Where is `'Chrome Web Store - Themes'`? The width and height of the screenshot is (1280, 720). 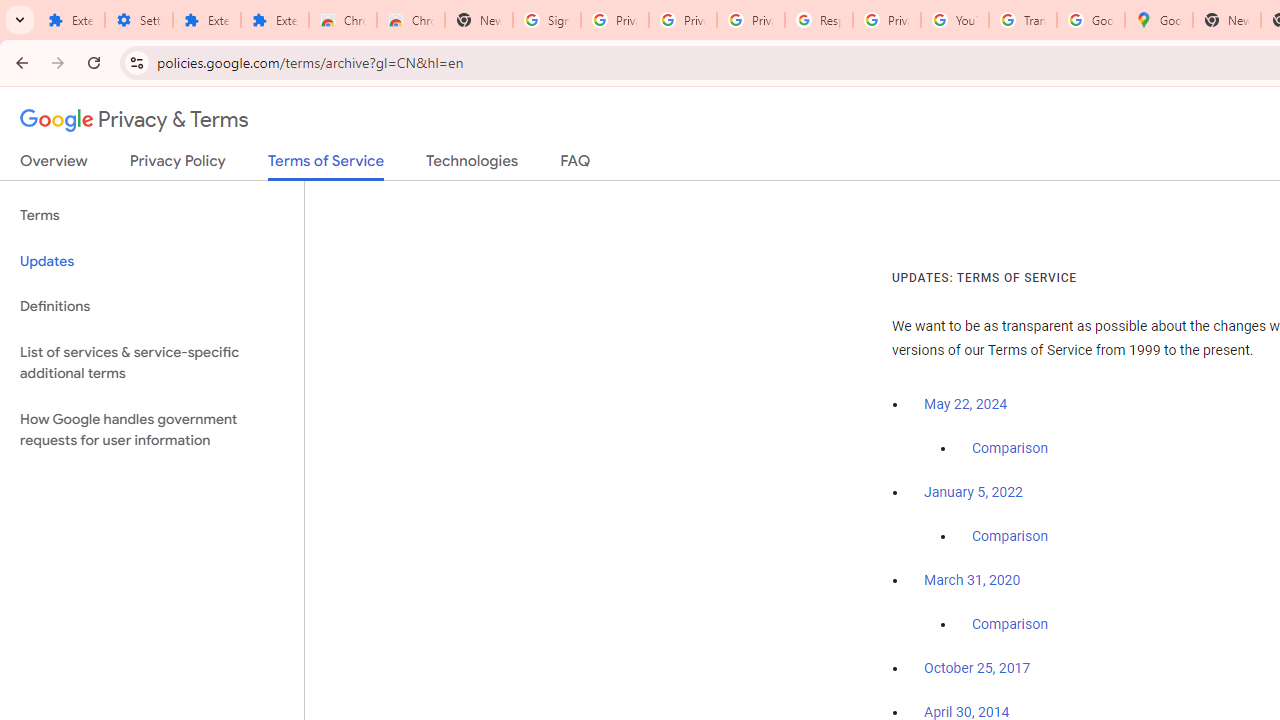
'Chrome Web Store - Themes' is located at coordinates (410, 20).